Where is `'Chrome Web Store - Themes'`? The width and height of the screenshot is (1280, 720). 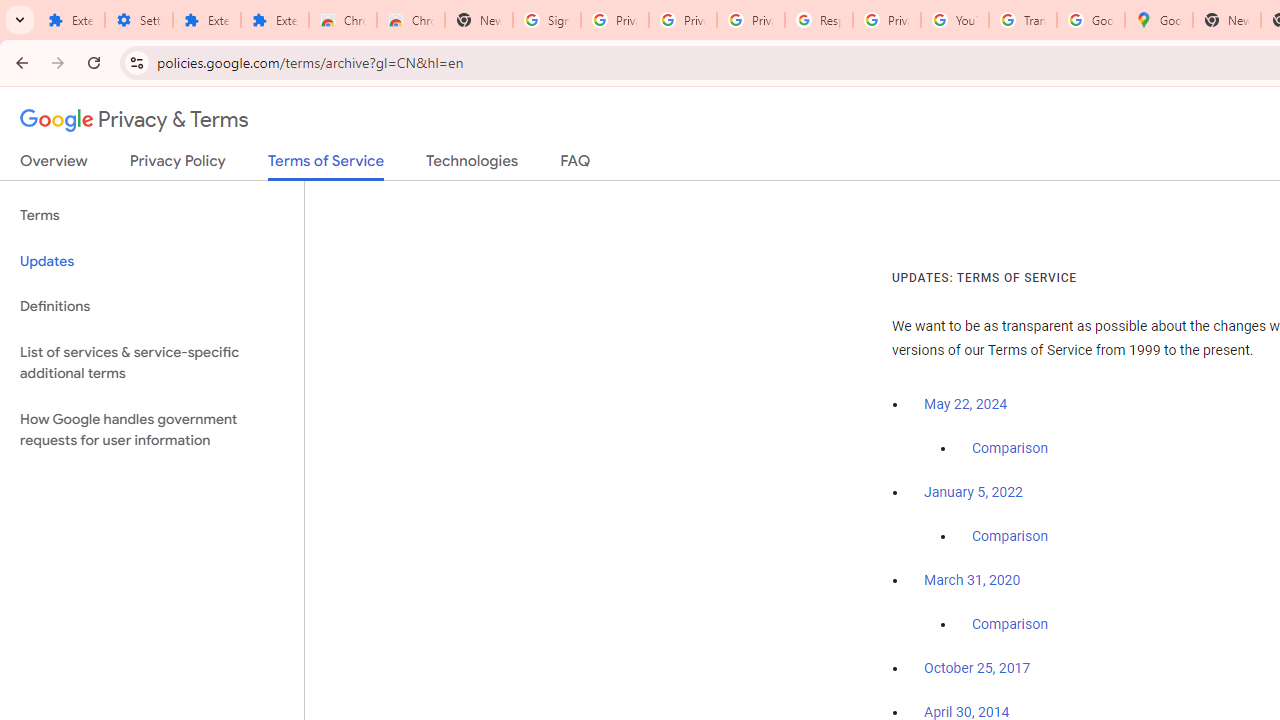
'Chrome Web Store - Themes' is located at coordinates (410, 20).